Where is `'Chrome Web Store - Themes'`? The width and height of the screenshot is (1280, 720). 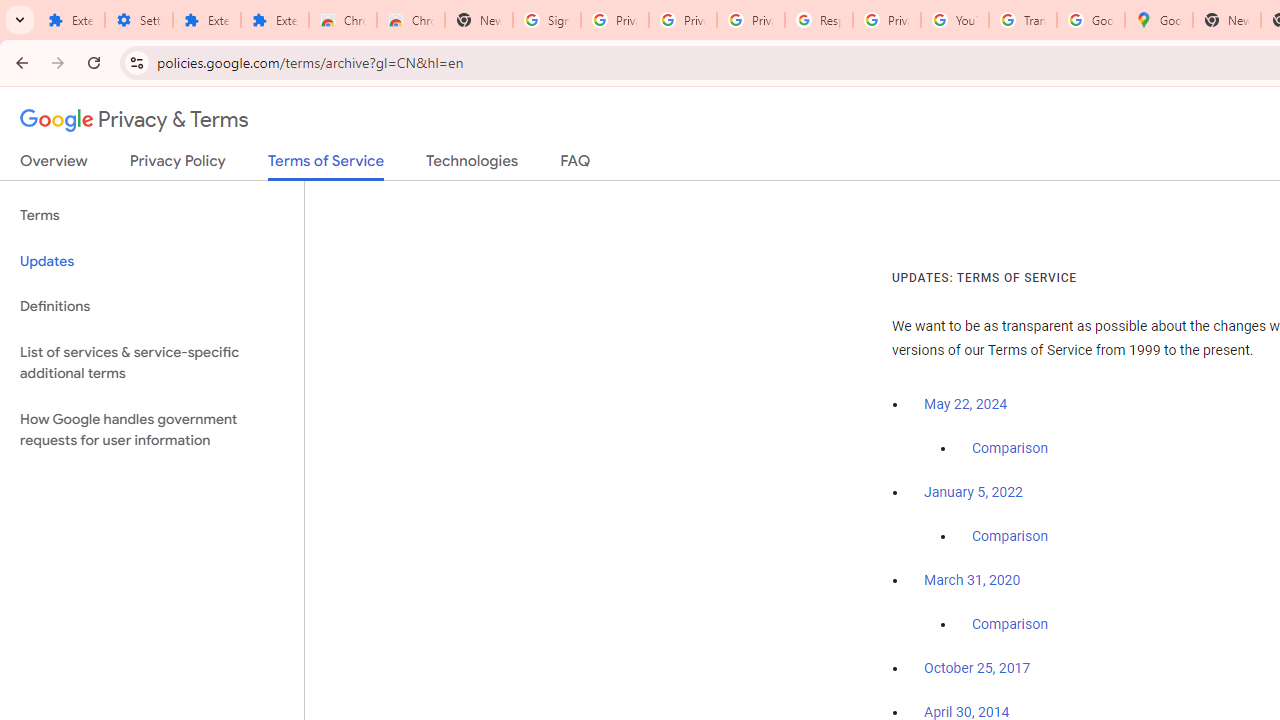
'Chrome Web Store - Themes' is located at coordinates (410, 20).